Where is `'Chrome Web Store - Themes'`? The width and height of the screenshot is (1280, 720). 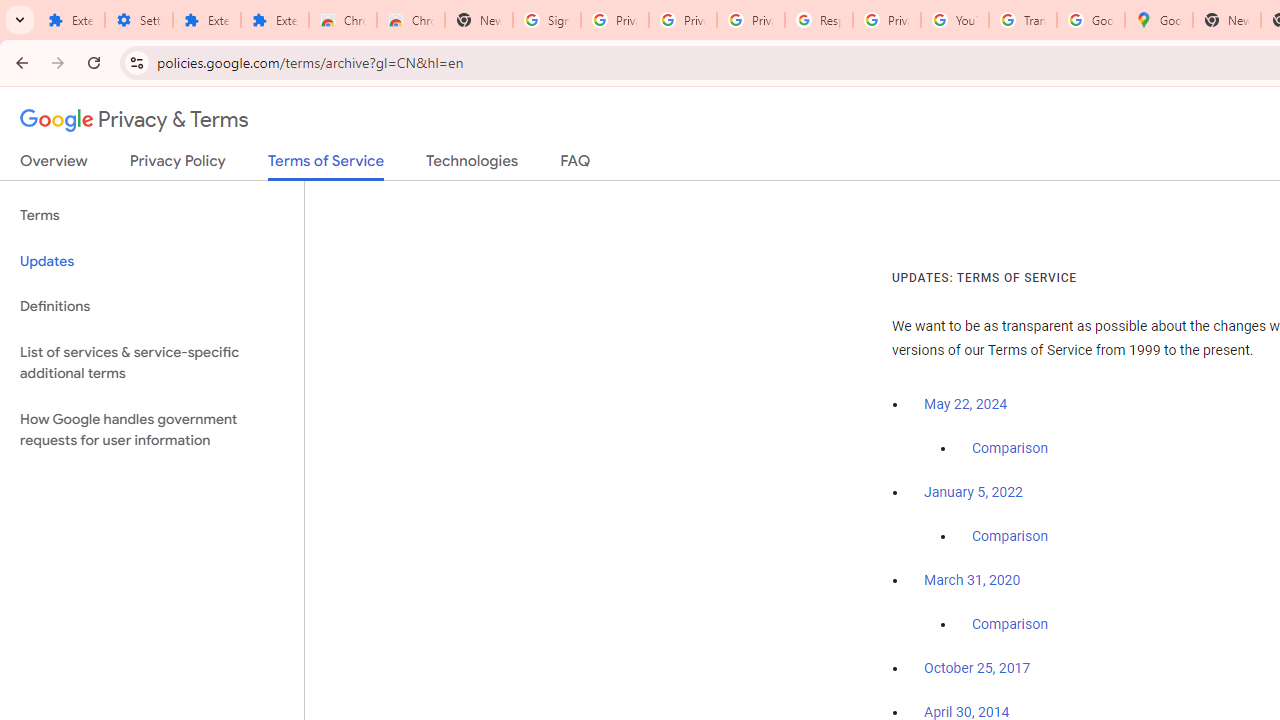
'Chrome Web Store - Themes' is located at coordinates (410, 20).